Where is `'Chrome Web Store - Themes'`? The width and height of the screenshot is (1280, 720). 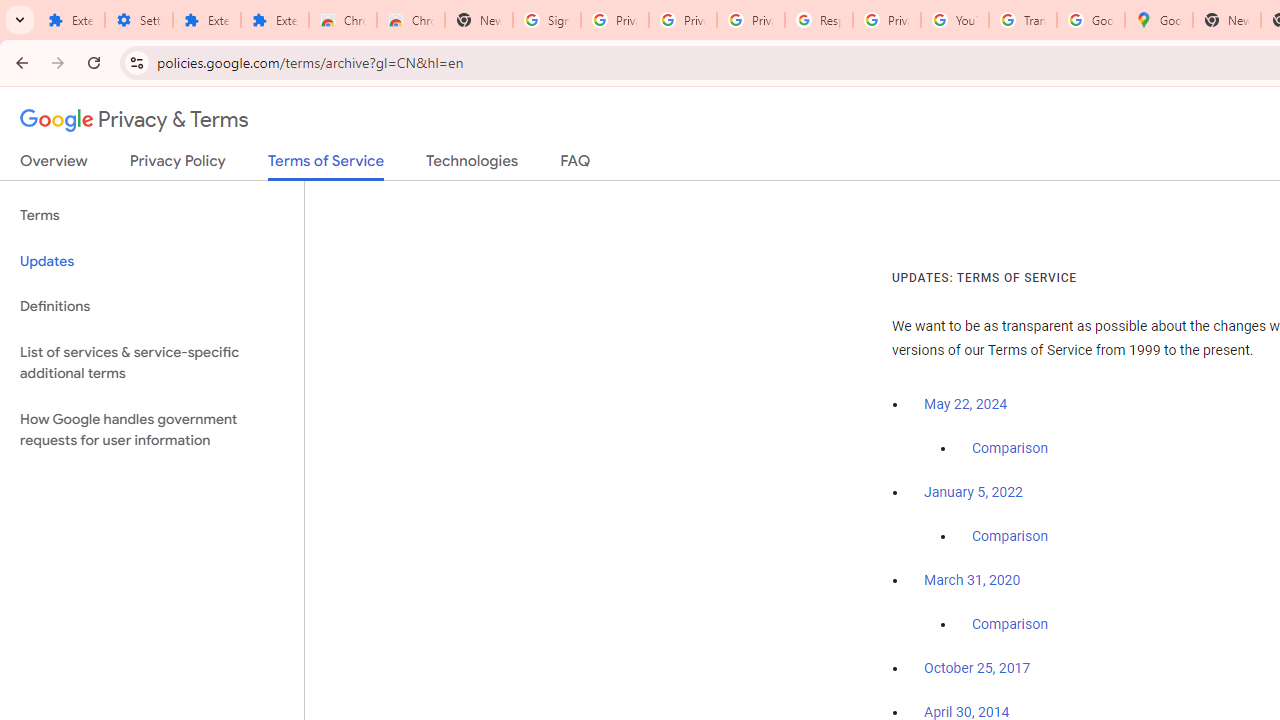
'Chrome Web Store - Themes' is located at coordinates (410, 20).